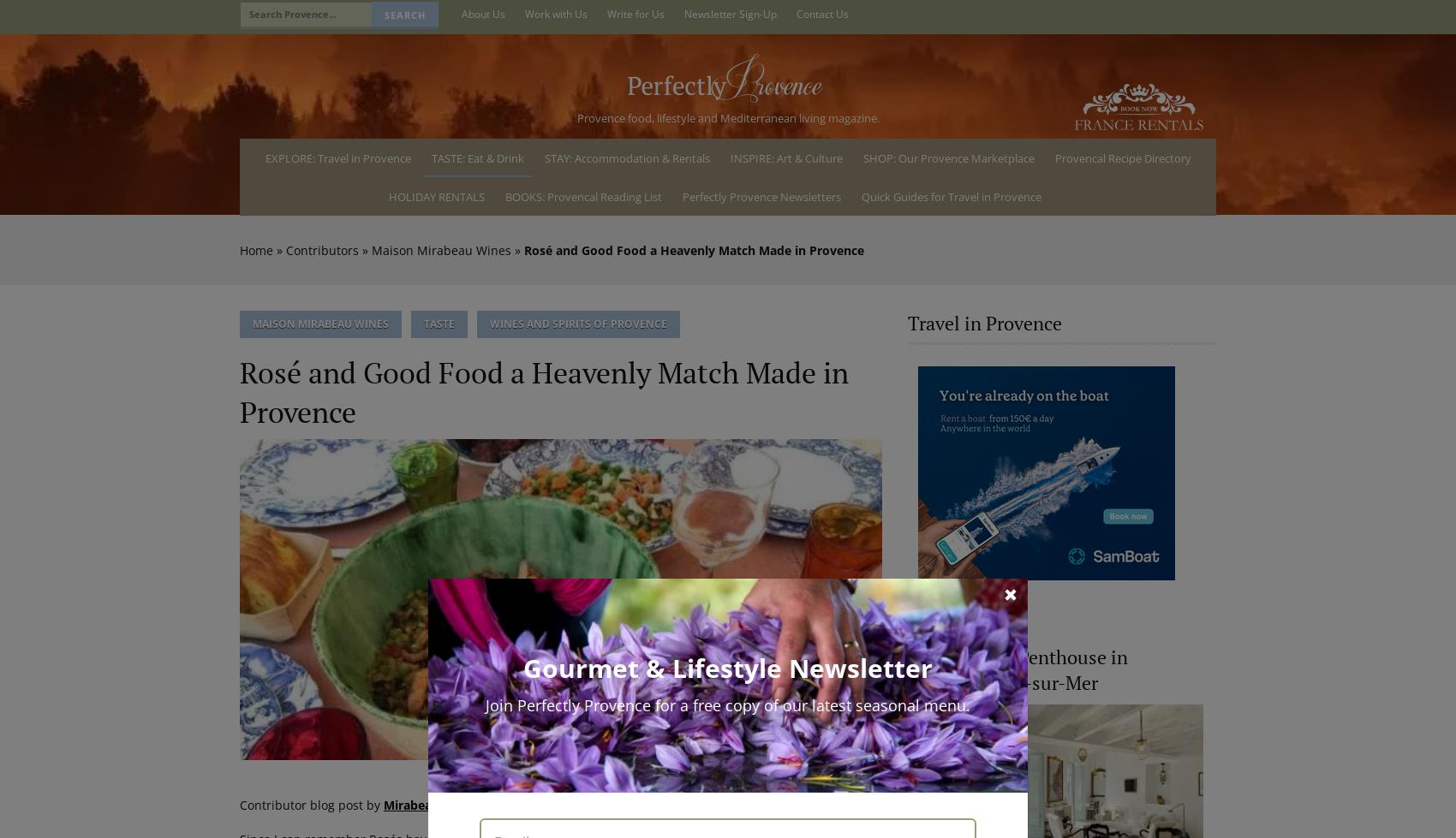 This screenshot has height=838, width=1456. What do you see at coordinates (337, 157) in the screenshot?
I see `'EXPLORE: Travel in Provence'` at bounding box center [337, 157].